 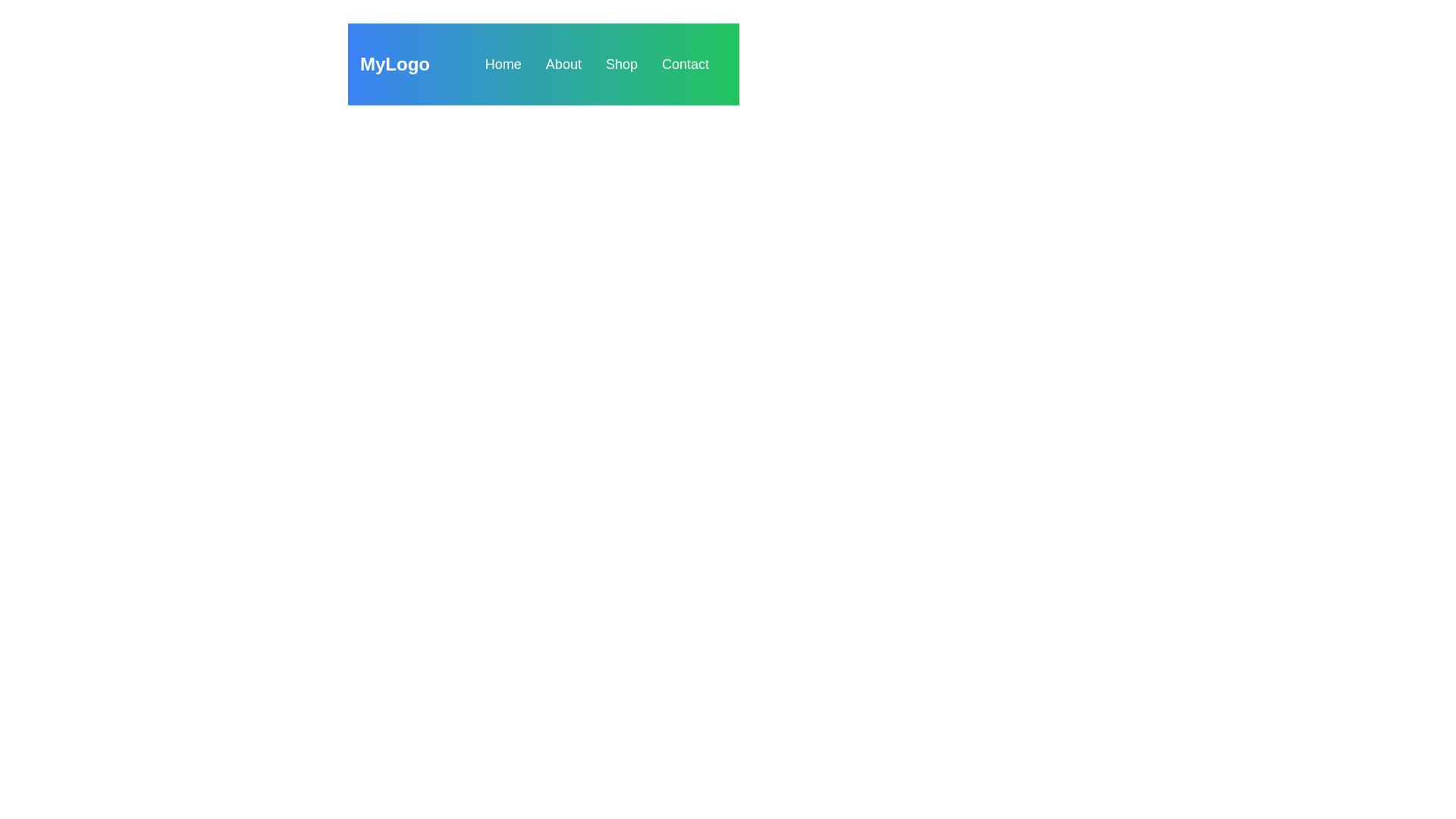 I want to click on the 'Contact' hyperlink in the navigation menu, so click(x=683, y=63).